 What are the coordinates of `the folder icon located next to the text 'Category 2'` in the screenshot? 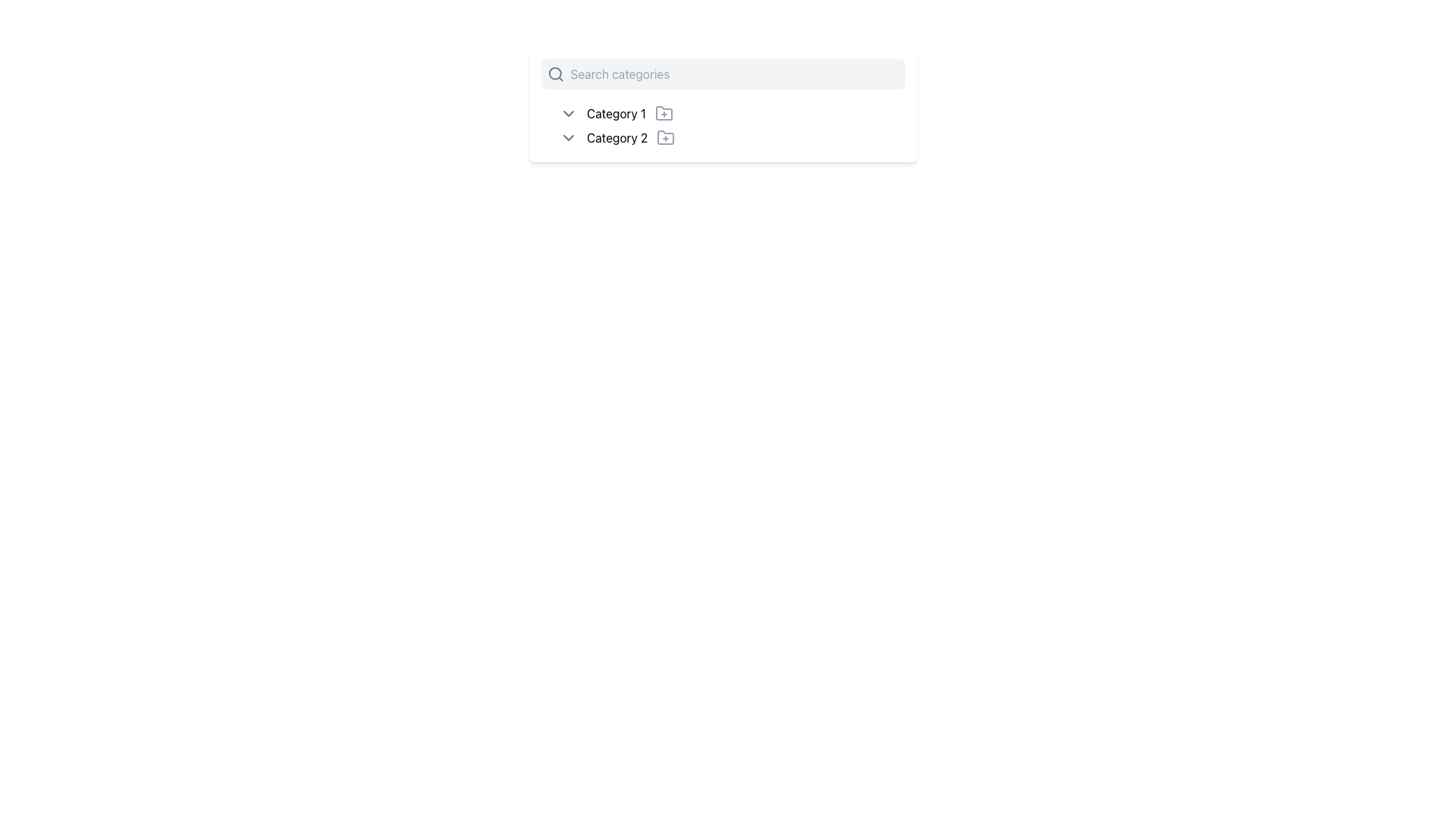 It's located at (666, 137).